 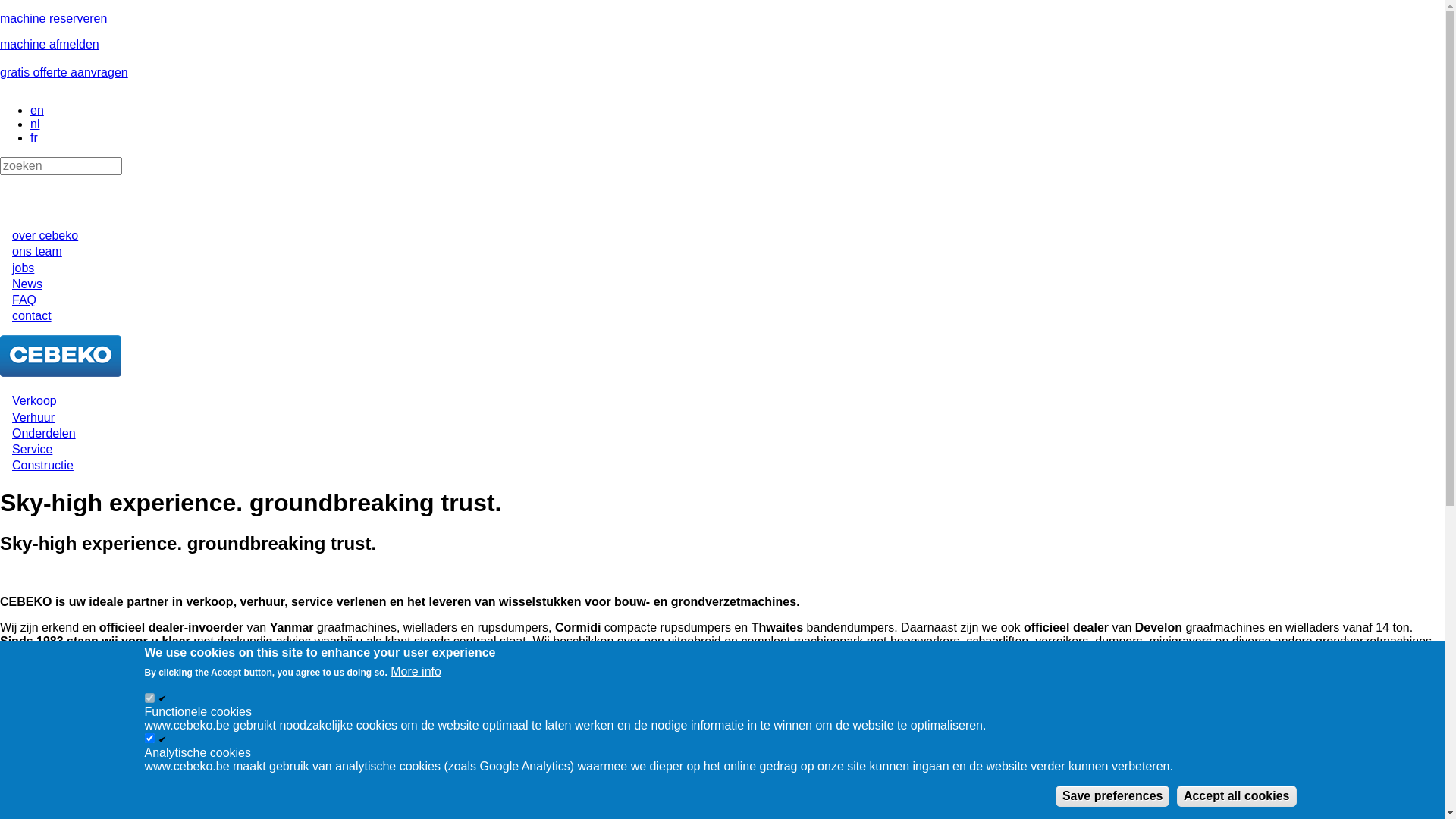 What do you see at coordinates (1175, 795) in the screenshot?
I see `'Accept all cookies'` at bounding box center [1175, 795].